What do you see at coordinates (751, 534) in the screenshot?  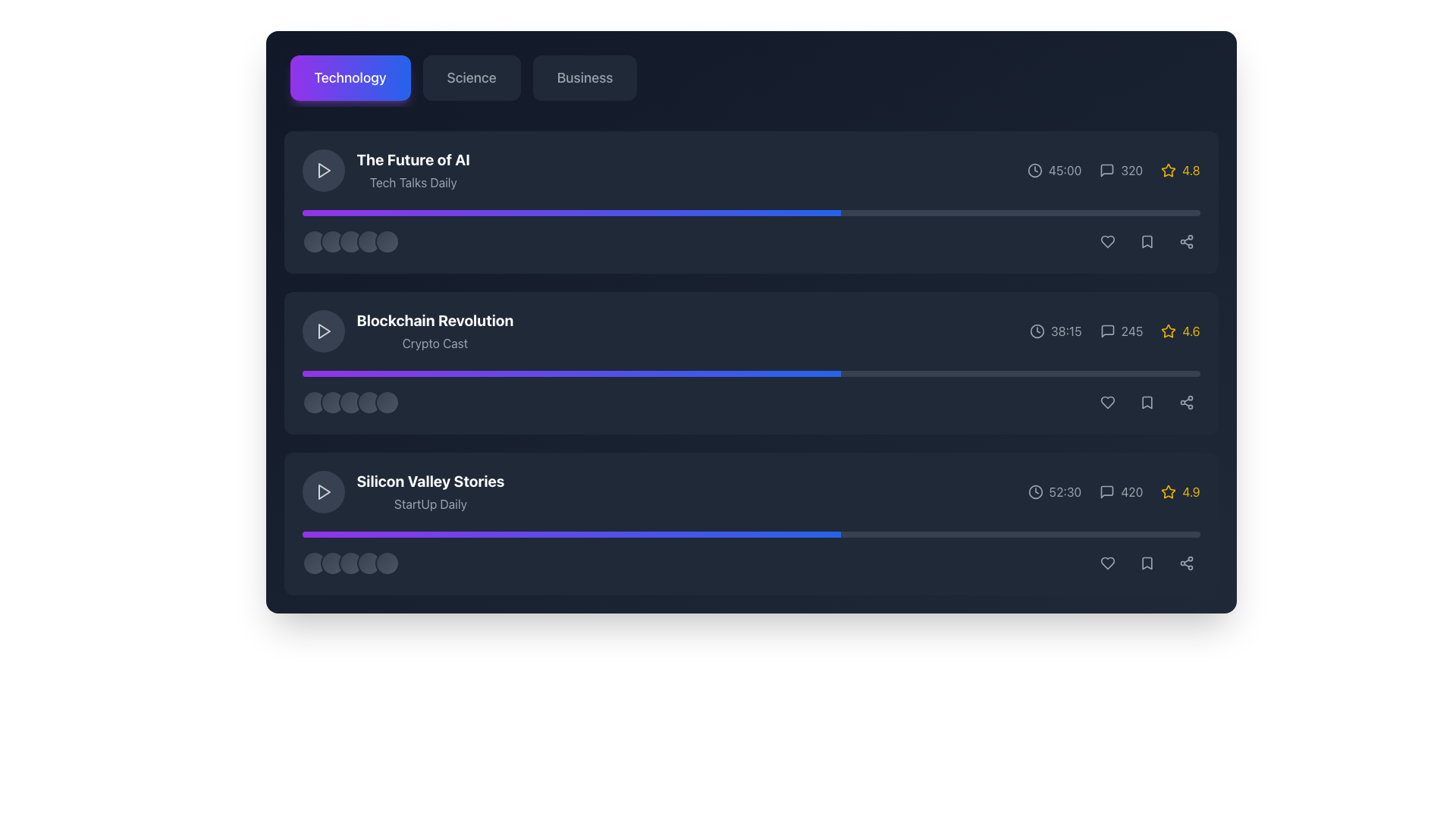 I see `the horizontal progress bar with a gray background and rounded corners located in the third row under the title 'Silicon Valley Stories'` at bounding box center [751, 534].